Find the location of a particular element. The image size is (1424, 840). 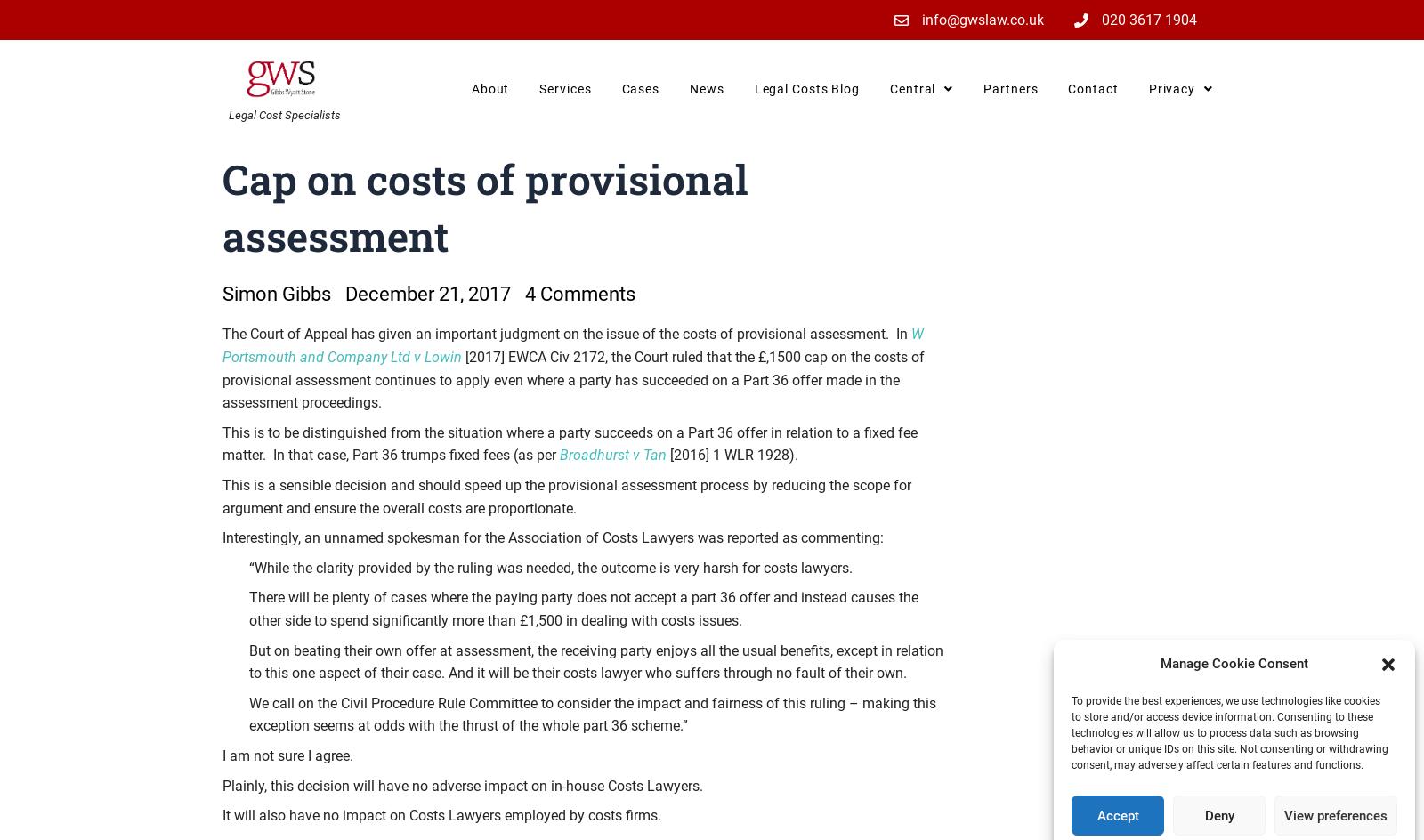

'Simon Gibbs' is located at coordinates (277, 292).